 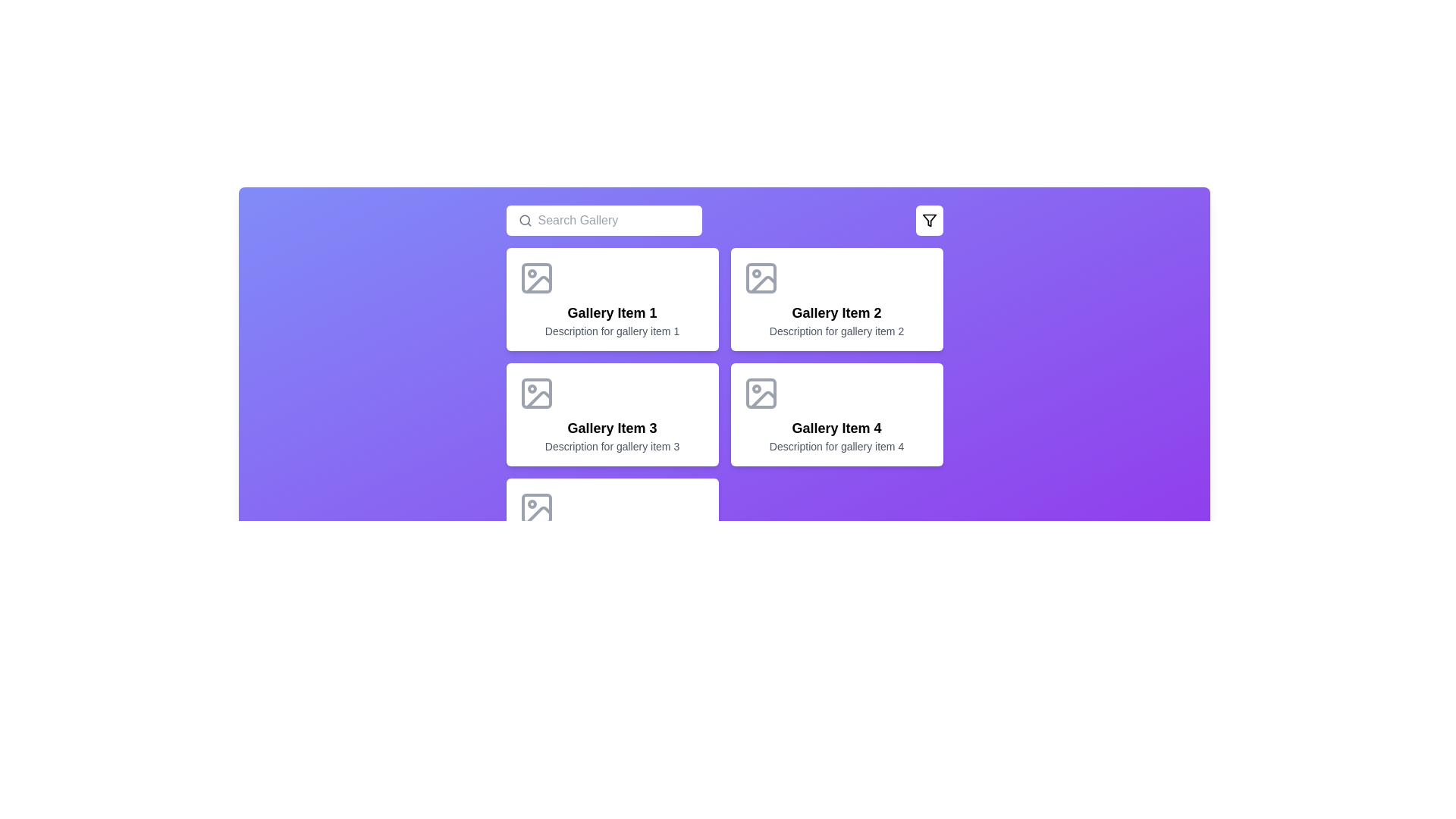 I want to click on the decorative graphical element, which is a small rectangle with rounded corners located in the upper-left corner of the image icon of 'Gallery Item 2', so click(x=761, y=278).